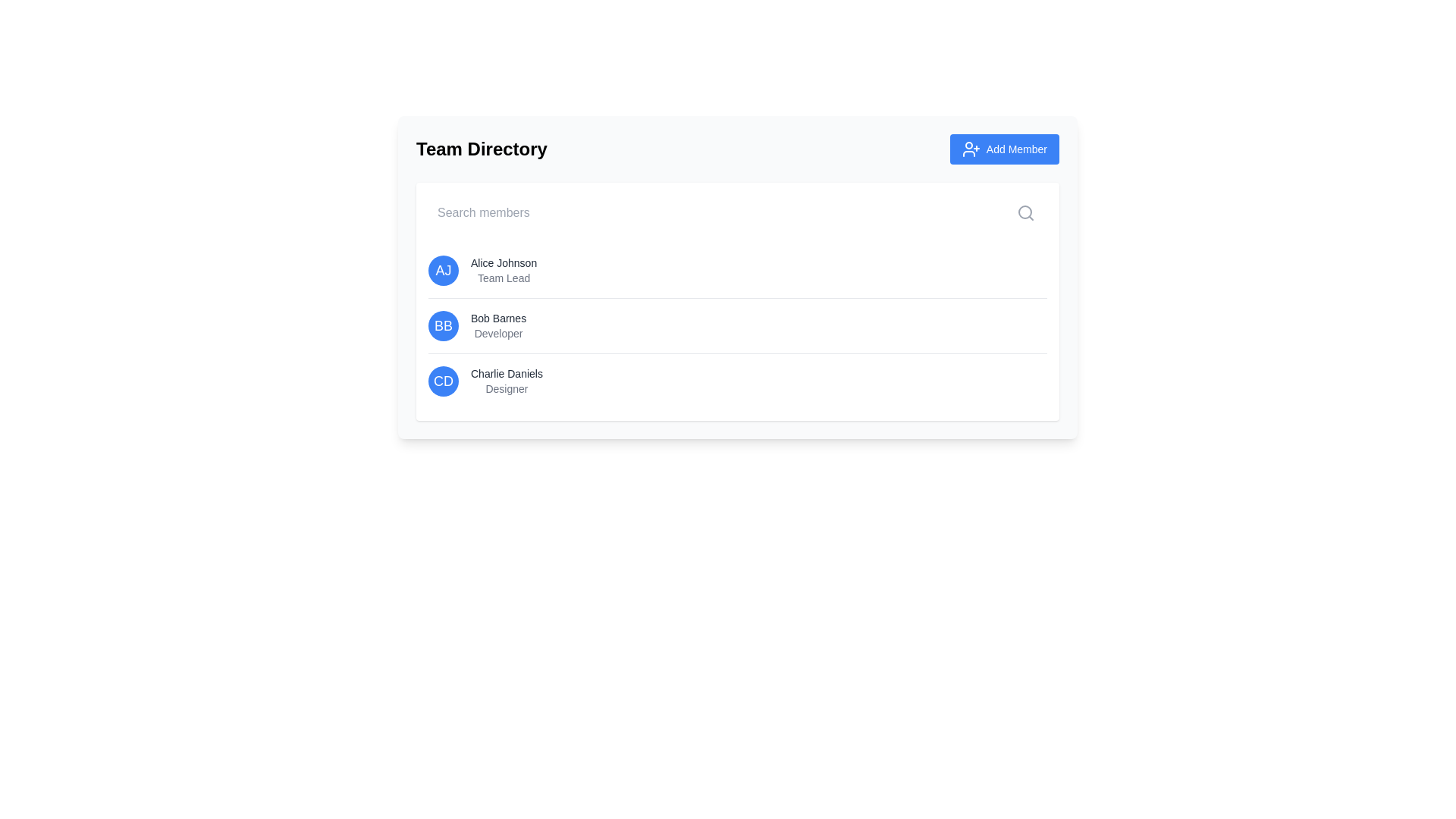 The image size is (1456, 819). What do you see at coordinates (504, 278) in the screenshot?
I see `the text label displaying 'Team Lead', which is styled in gray and located below 'Alice Johnson'` at bounding box center [504, 278].